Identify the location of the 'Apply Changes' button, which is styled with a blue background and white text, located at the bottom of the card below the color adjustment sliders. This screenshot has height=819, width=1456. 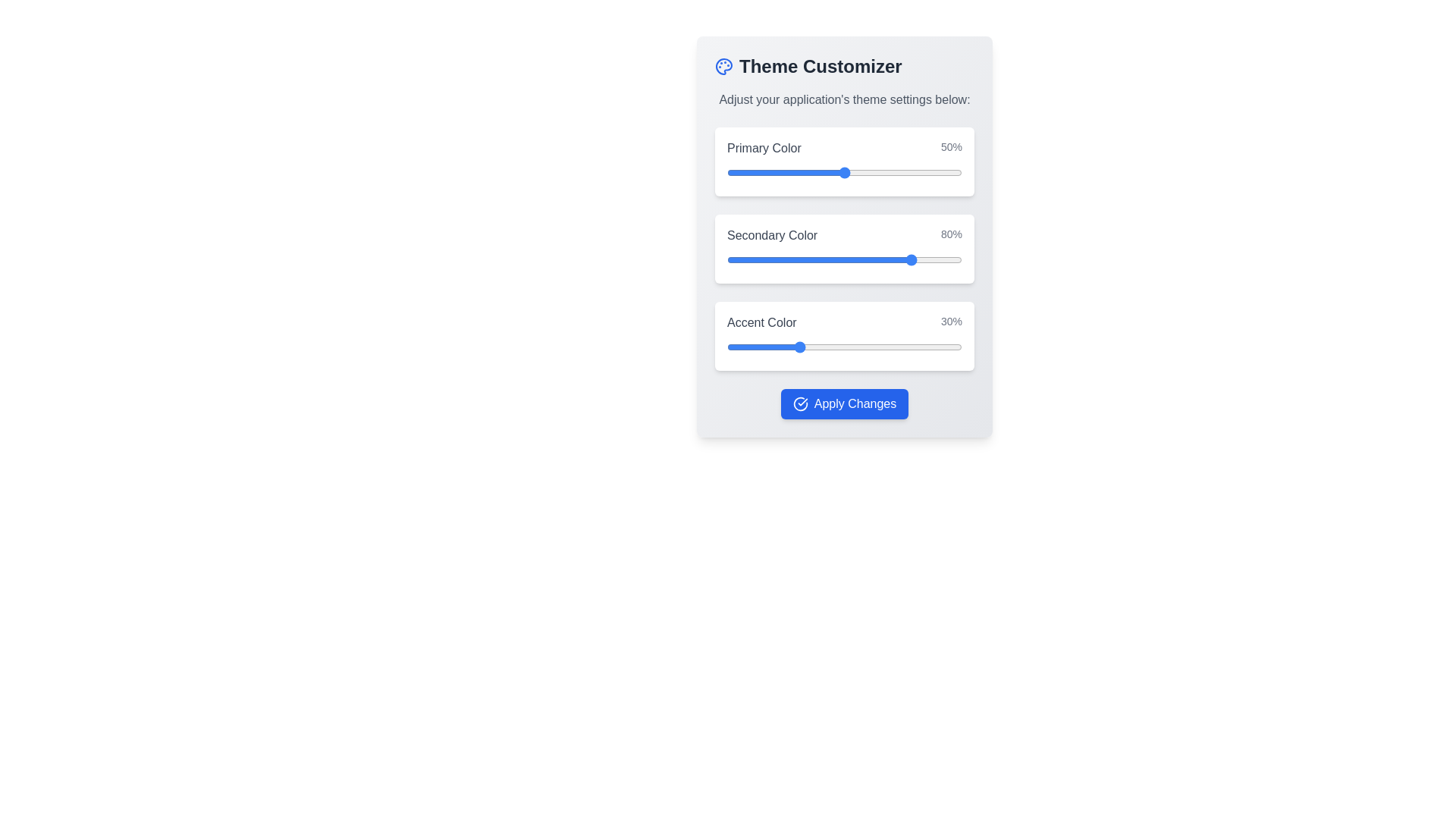
(843, 403).